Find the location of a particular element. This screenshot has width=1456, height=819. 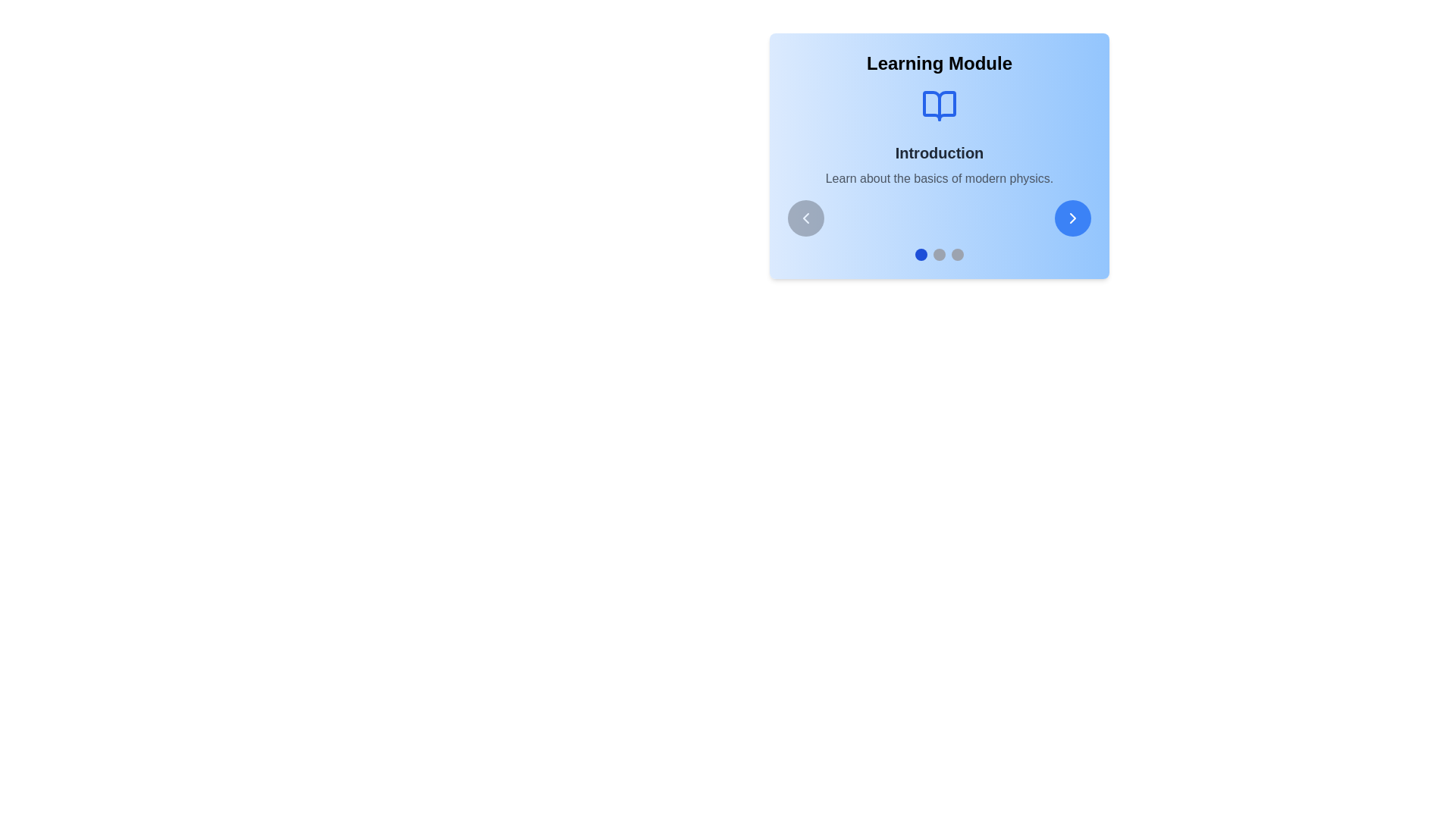

the third Indicator button in the carousel control located at the bottom center of the 'Learning Module' panel is located at coordinates (956, 253).